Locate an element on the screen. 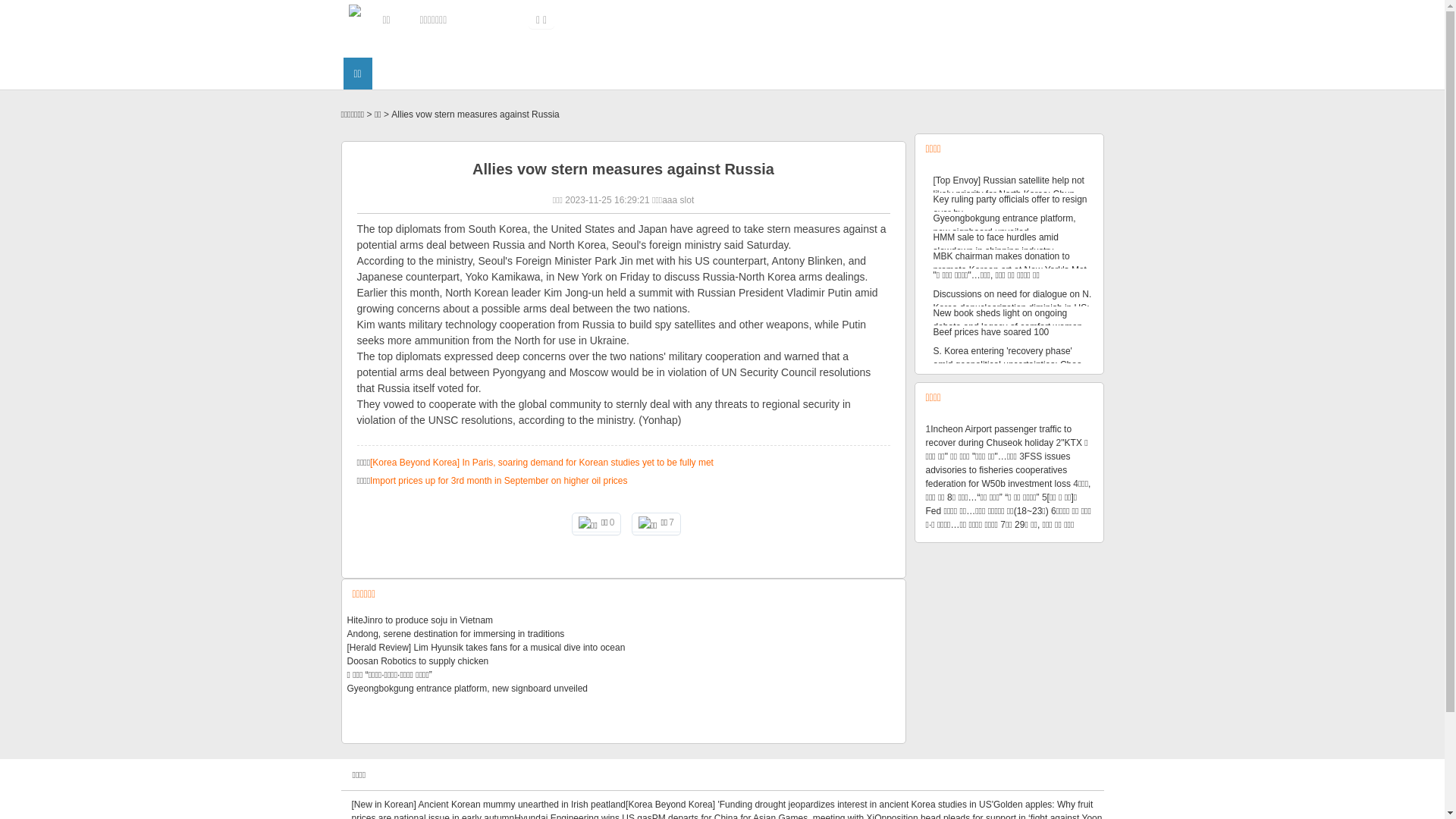  'Doosan Robotics to supply chicken' is located at coordinates (418, 660).